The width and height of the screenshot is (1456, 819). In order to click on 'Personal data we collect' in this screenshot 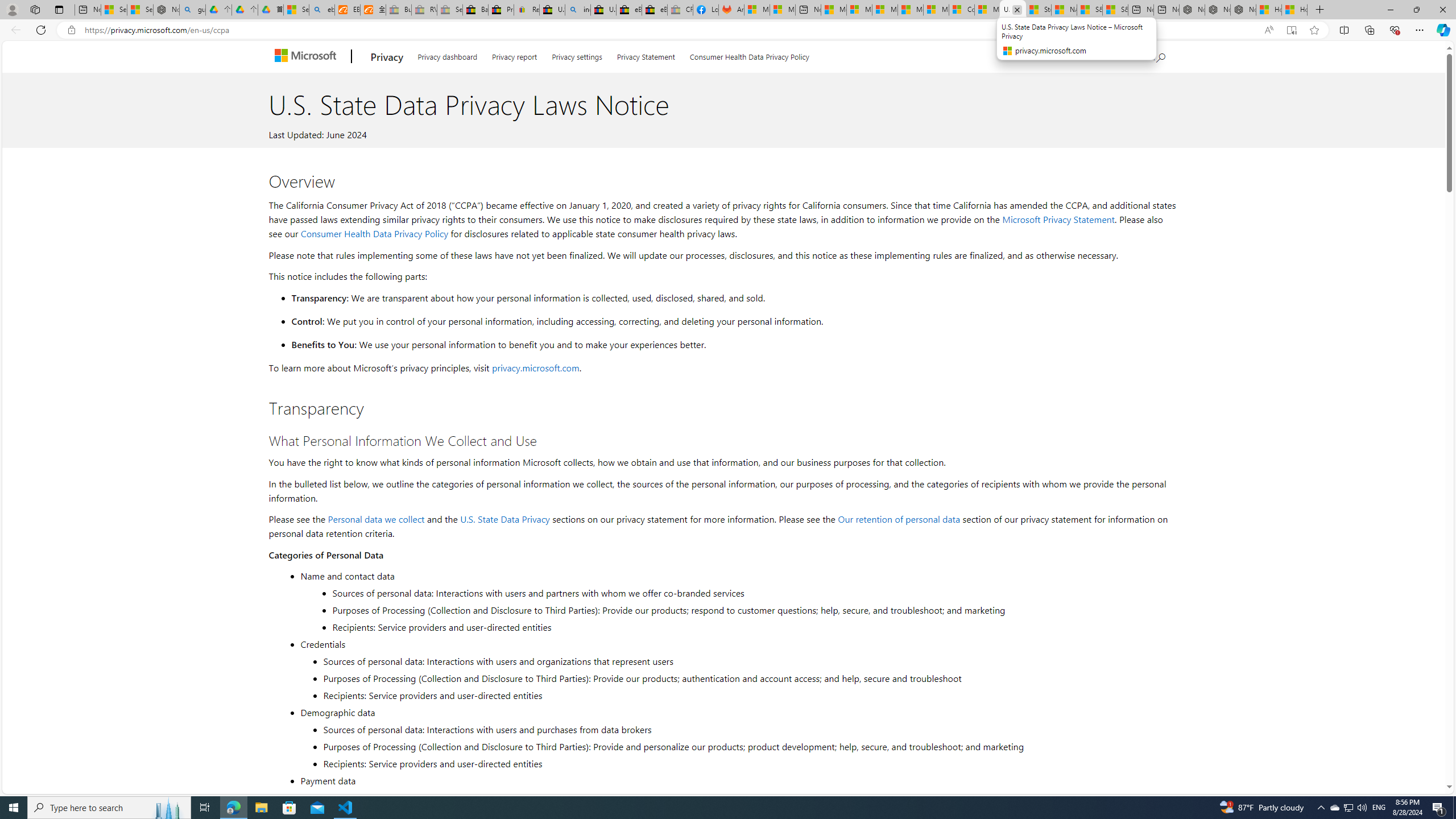, I will do `click(375, 518)`.